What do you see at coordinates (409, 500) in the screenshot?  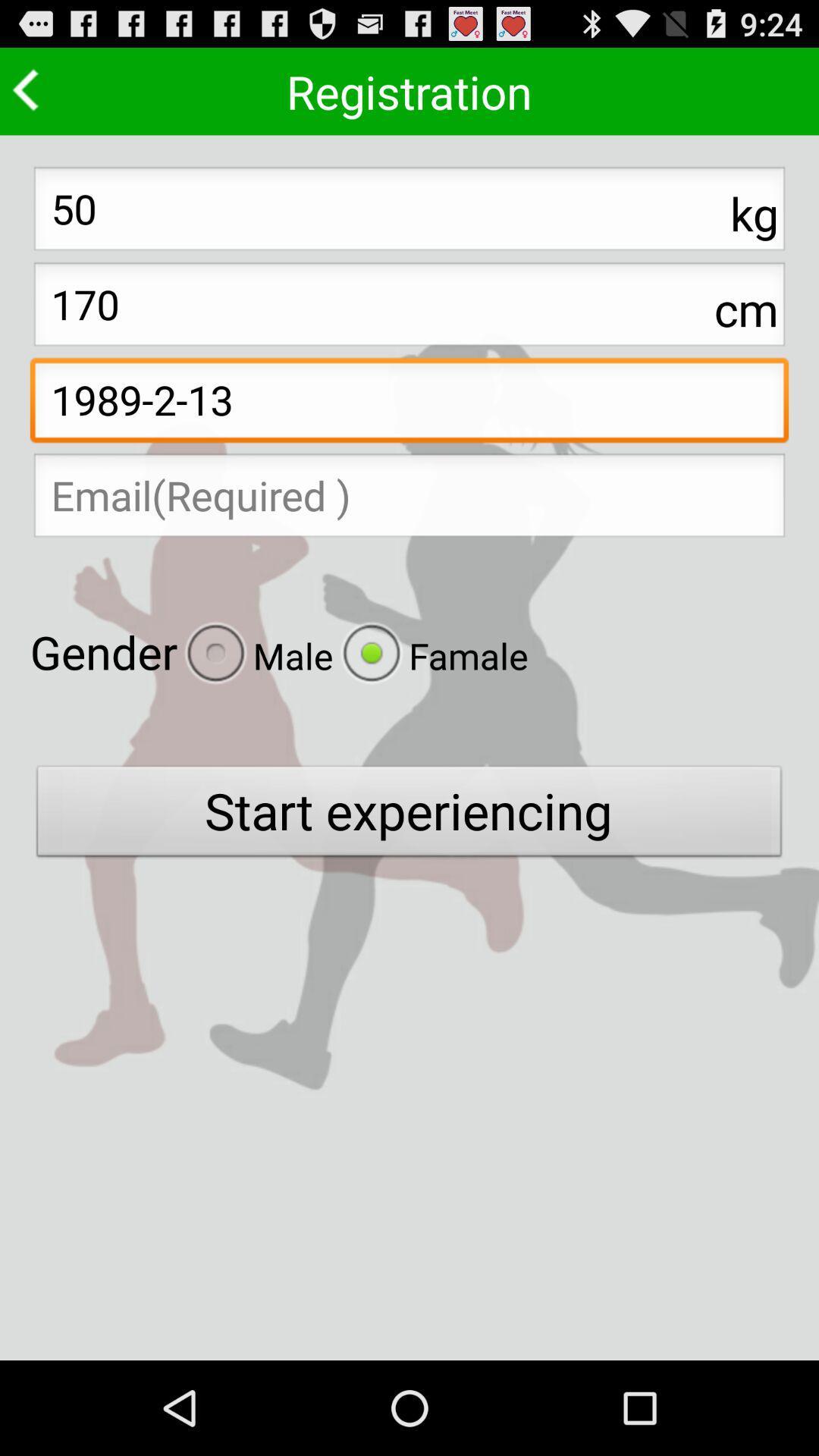 I see `email` at bounding box center [409, 500].